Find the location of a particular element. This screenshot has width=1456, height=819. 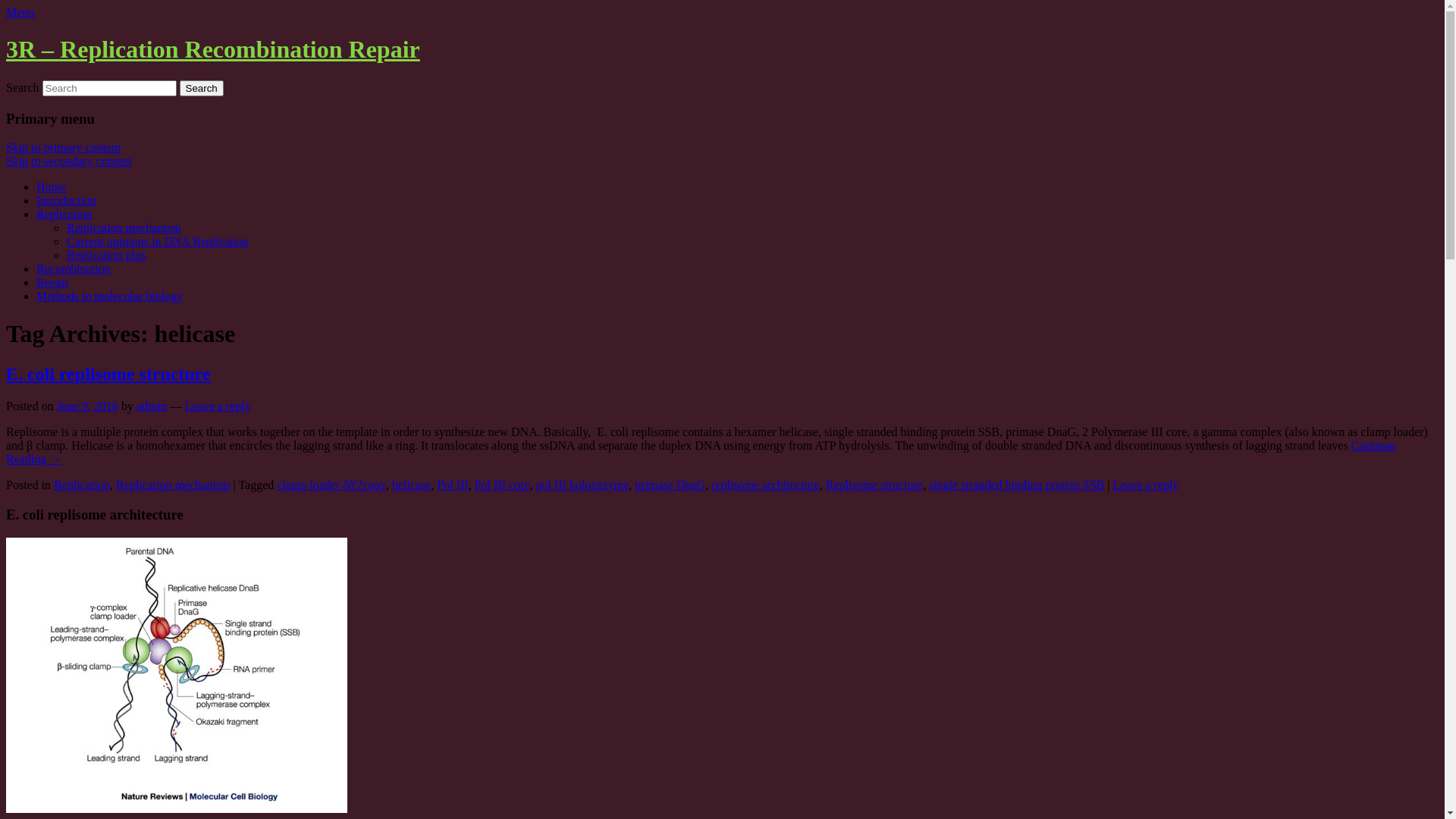

'Leave a reply' is located at coordinates (1145, 485).